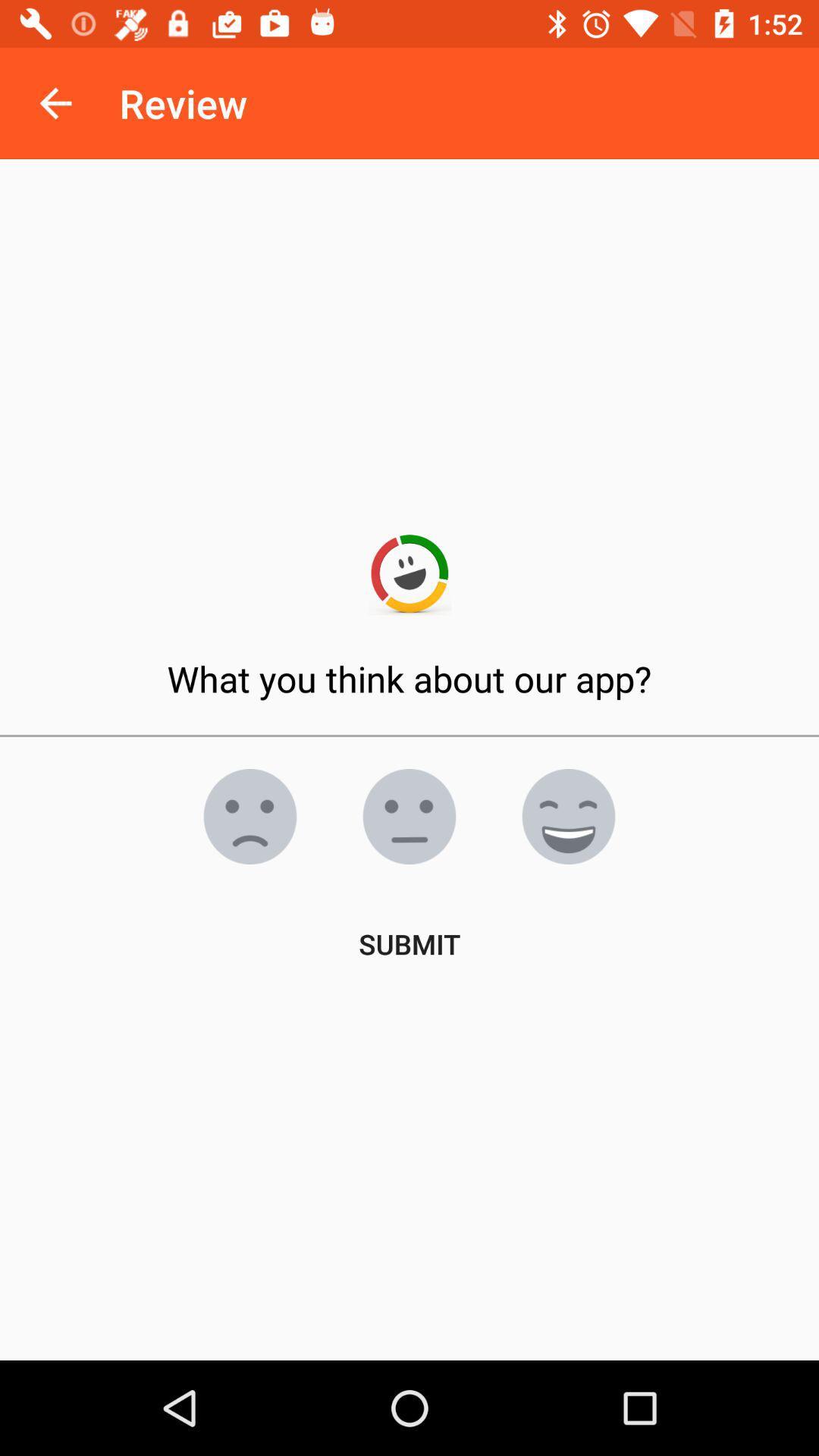  Describe the element at coordinates (249, 815) in the screenshot. I see `the emoji icon` at that location.